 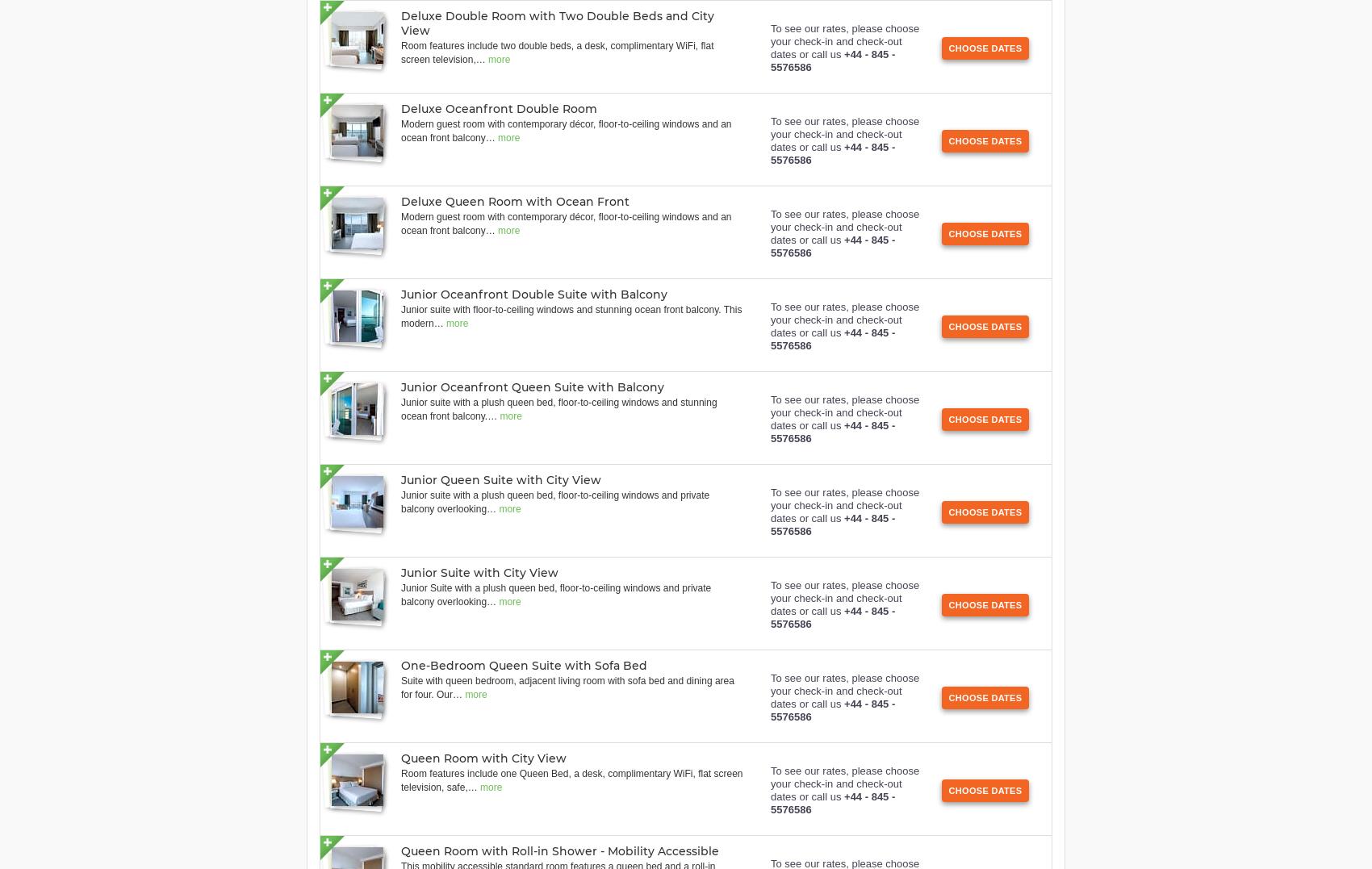 I want to click on 'Junior suite with a plush queen bed, floor-to-ceiling windows and private balcony overlooking', so click(x=554, y=502).